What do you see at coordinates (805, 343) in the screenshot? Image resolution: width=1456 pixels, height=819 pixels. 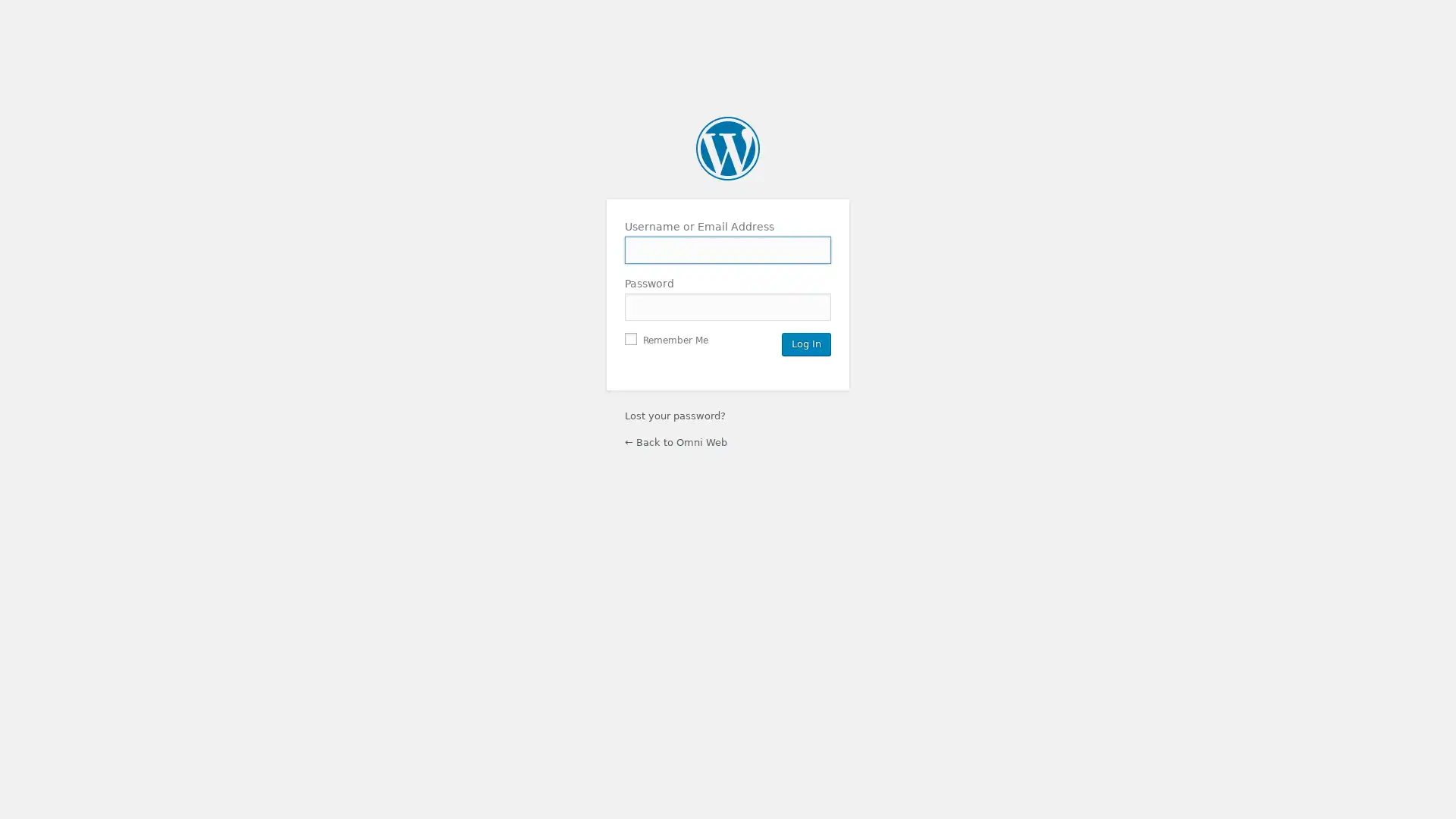 I see `Log In` at bounding box center [805, 343].